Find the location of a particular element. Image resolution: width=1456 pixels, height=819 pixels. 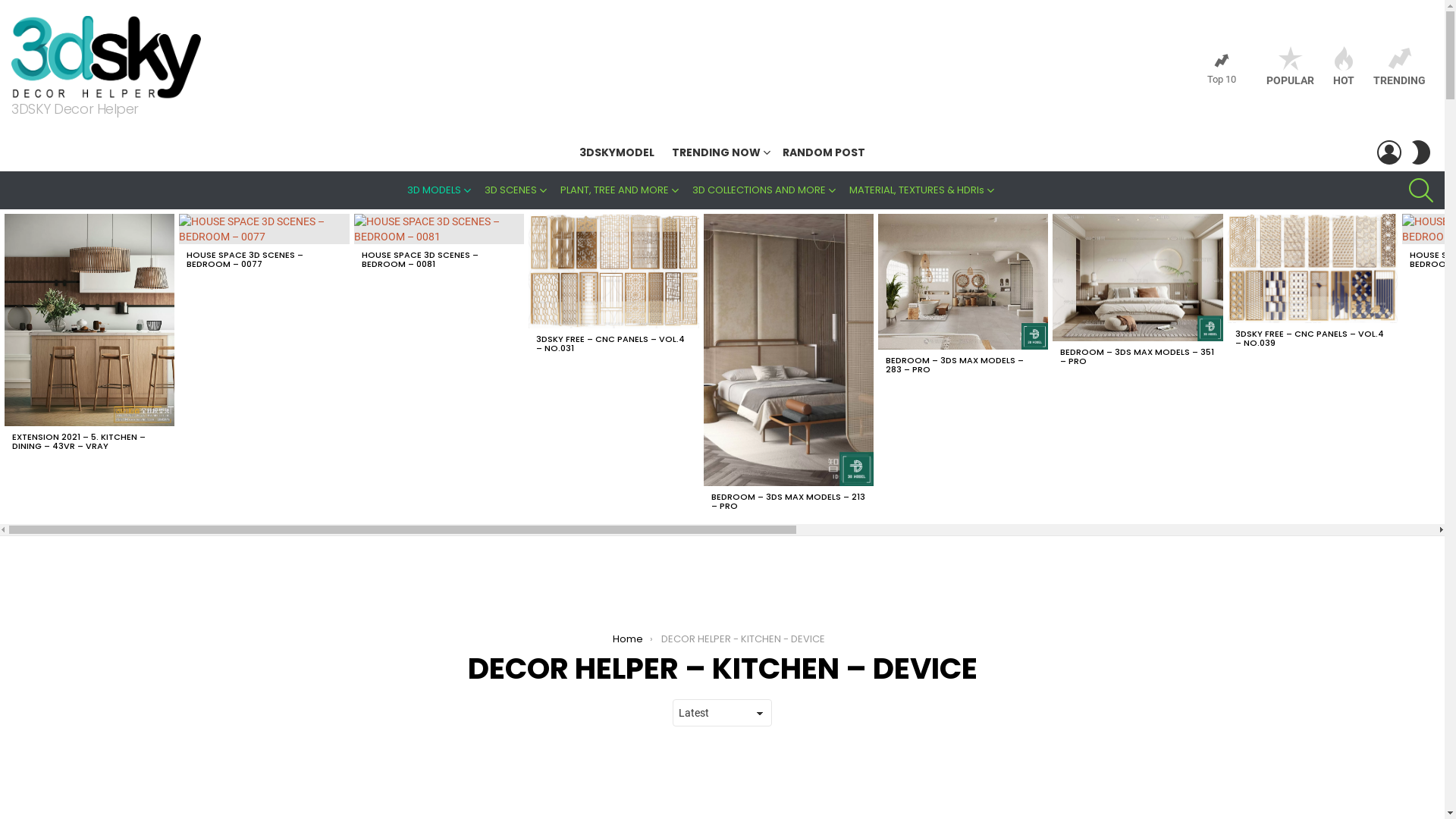

'POPULAR' is located at coordinates (1289, 66).